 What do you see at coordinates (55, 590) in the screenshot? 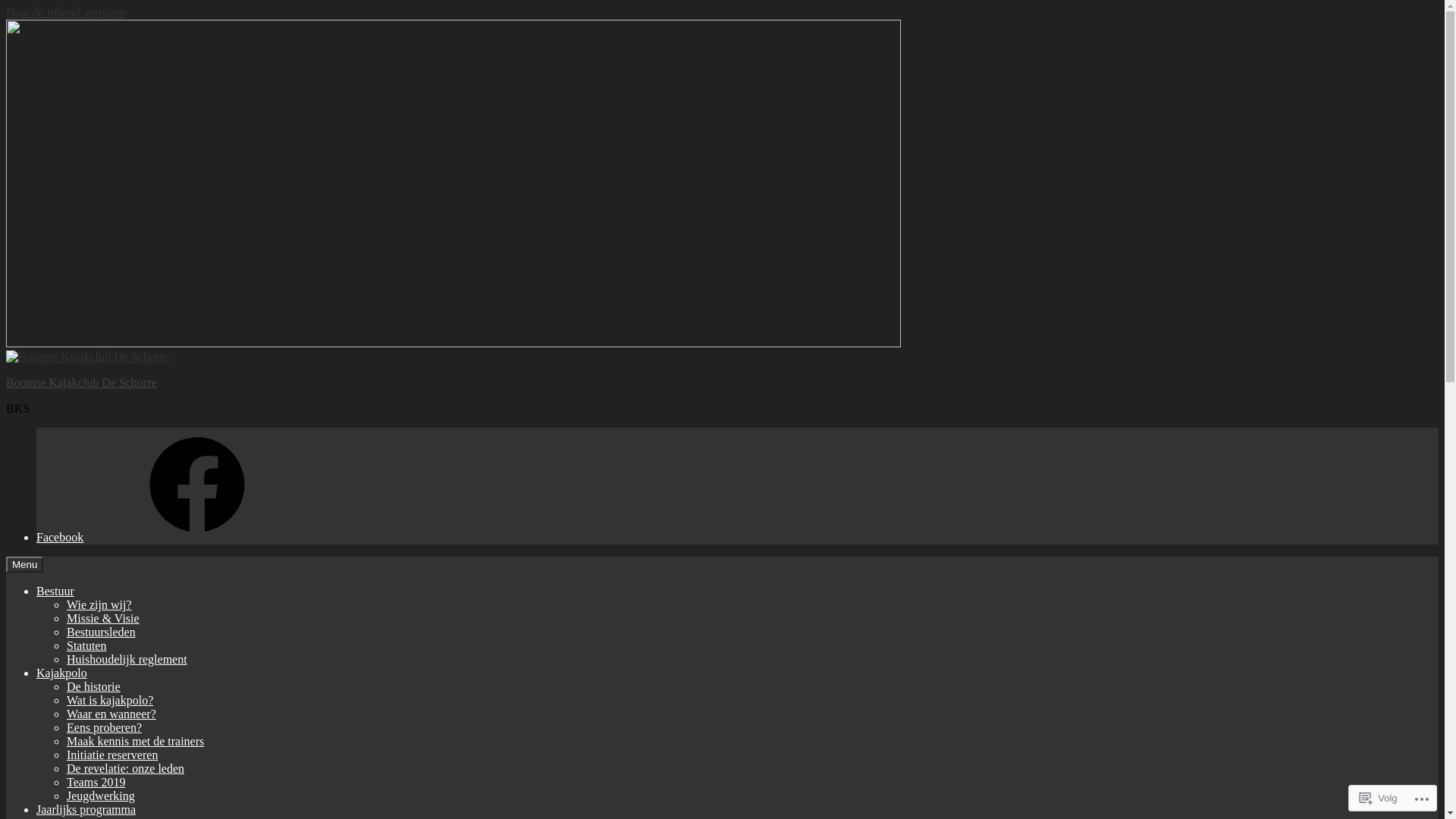
I see `'Bestuur'` at bounding box center [55, 590].